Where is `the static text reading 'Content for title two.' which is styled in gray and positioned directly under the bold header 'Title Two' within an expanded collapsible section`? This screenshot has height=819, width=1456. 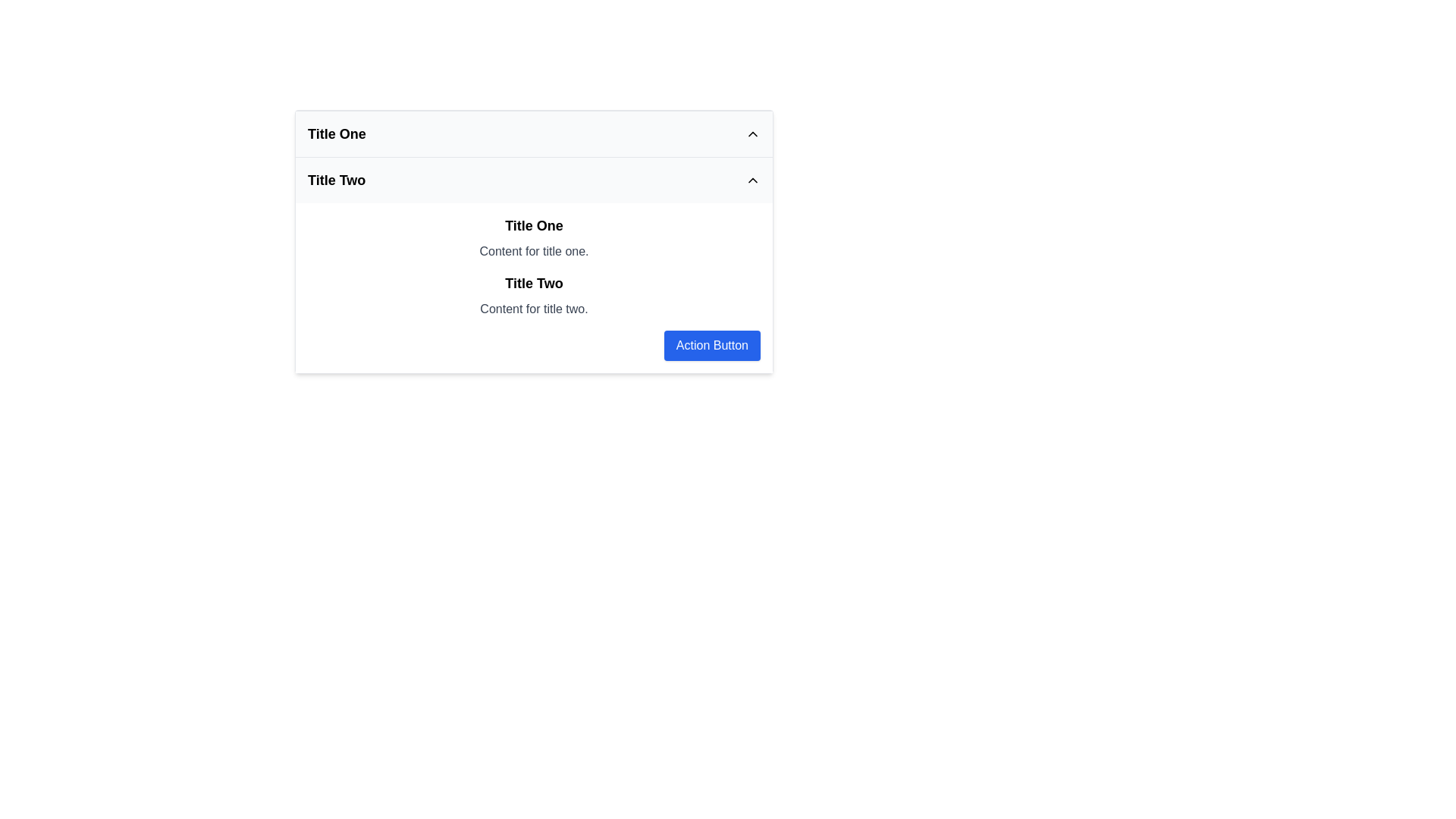 the static text reading 'Content for title two.' which is styled in gray and positioned directly under the bold header 'Title Two' within an expanded collapsible section is located at coordinates (534, 309).